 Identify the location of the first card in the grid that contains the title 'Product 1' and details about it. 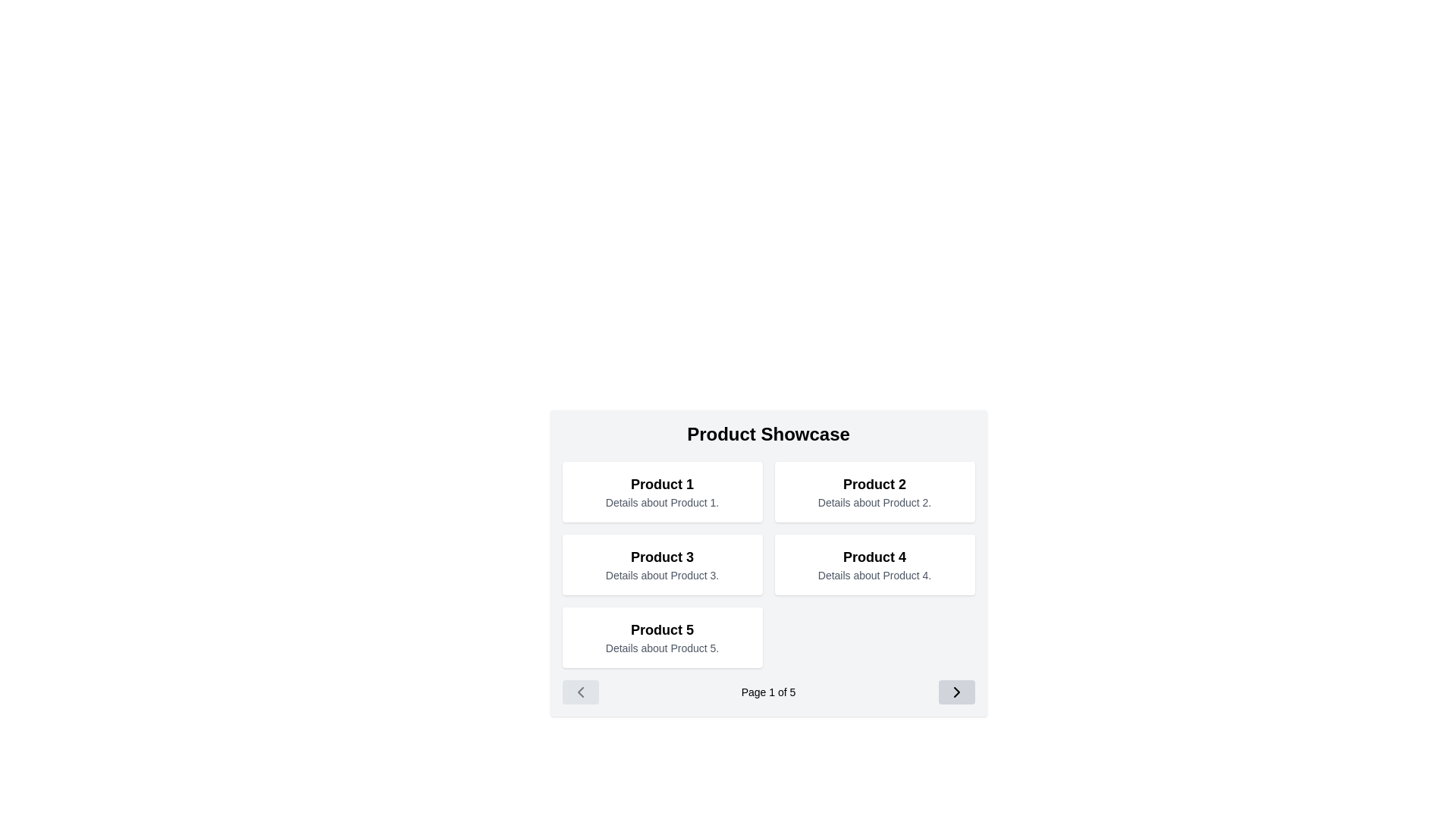
(662, 491).